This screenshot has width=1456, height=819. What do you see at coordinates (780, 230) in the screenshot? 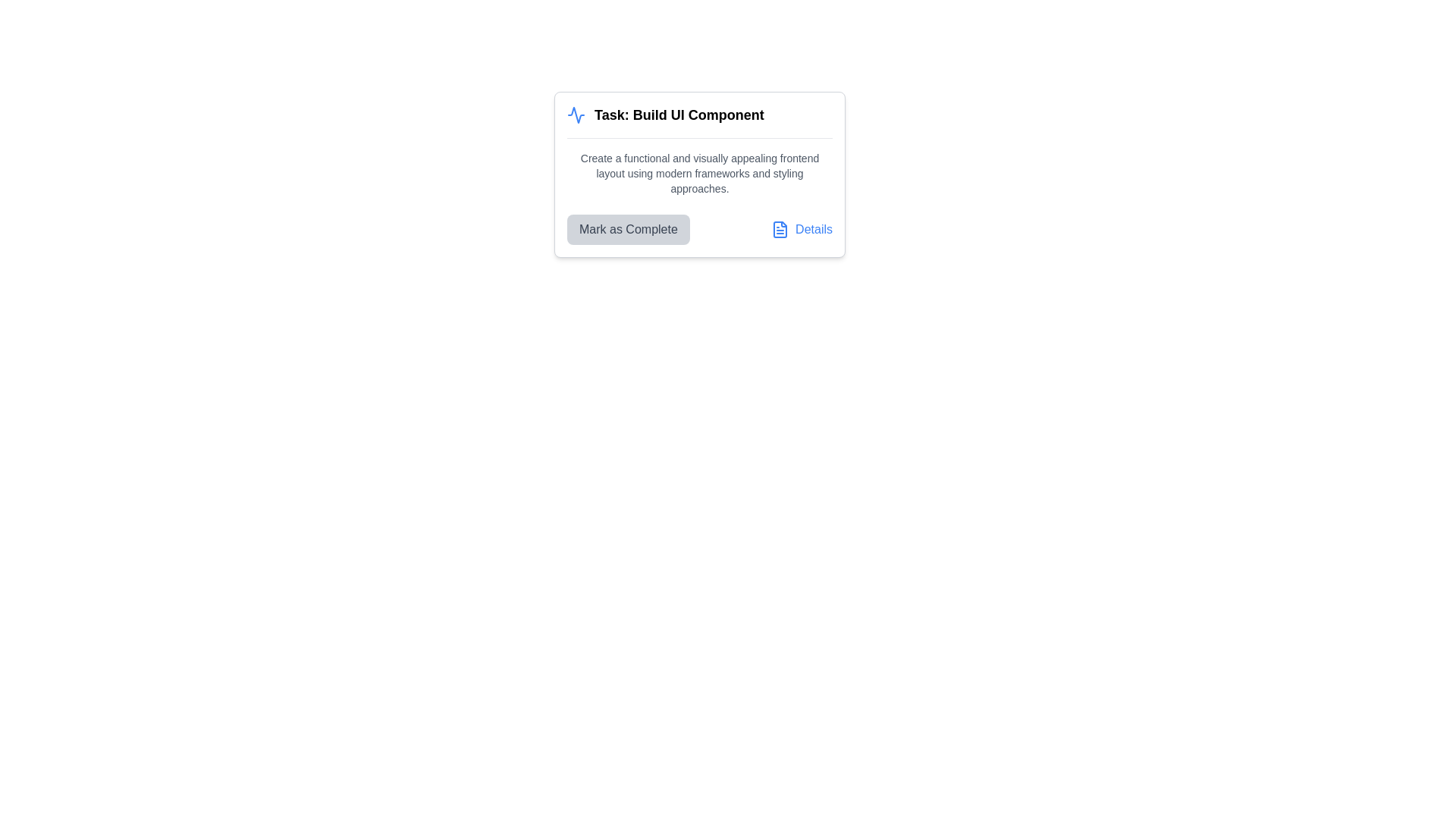
I see `the clickable icon resembling a file or document that is part of the 'Details' link, located in the bottom-right area of a card component via keyboard navigation` at bounding box center [780, 230].